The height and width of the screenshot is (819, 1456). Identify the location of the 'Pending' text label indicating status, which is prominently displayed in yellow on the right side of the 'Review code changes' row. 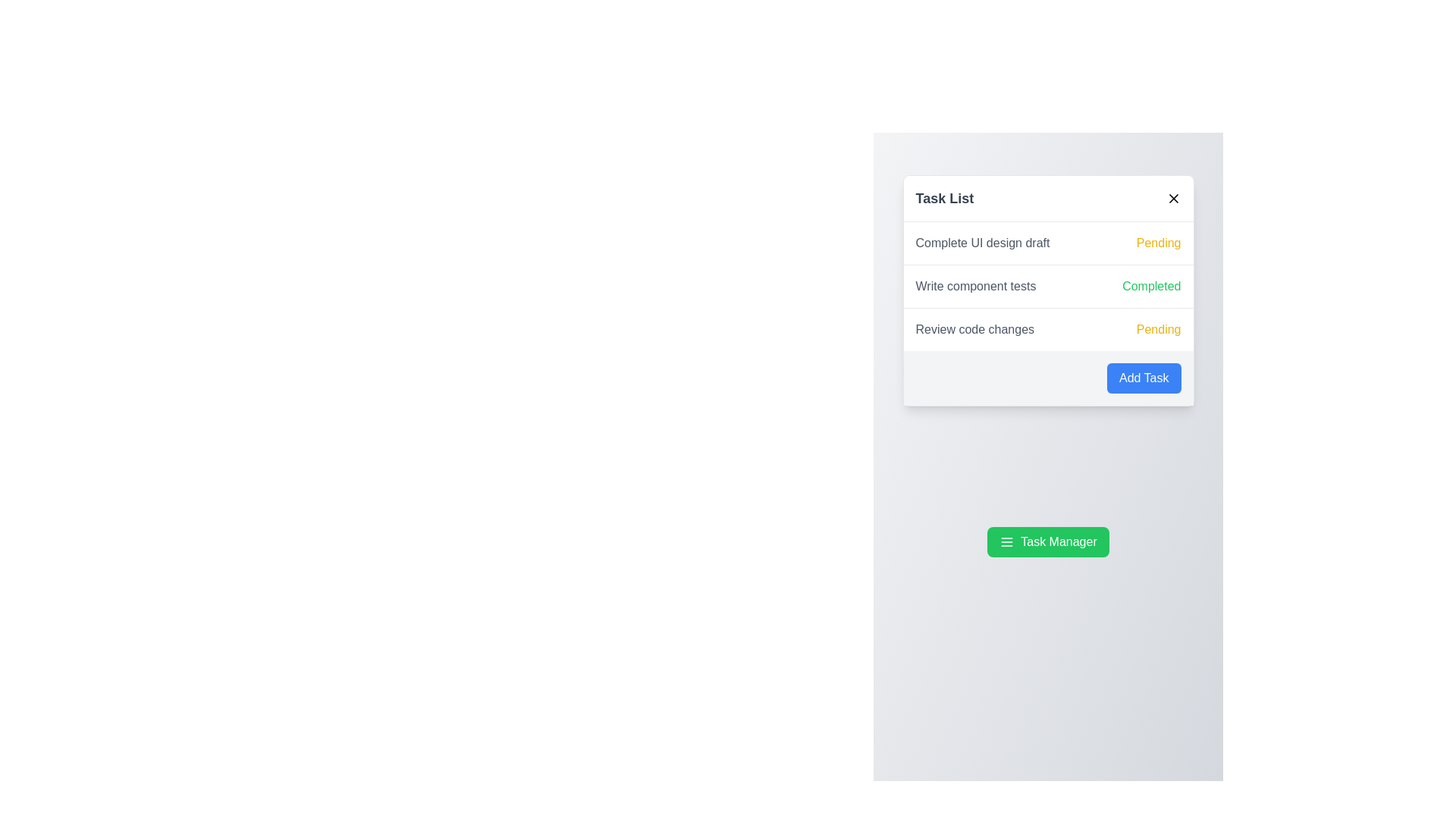
(1158, 329).